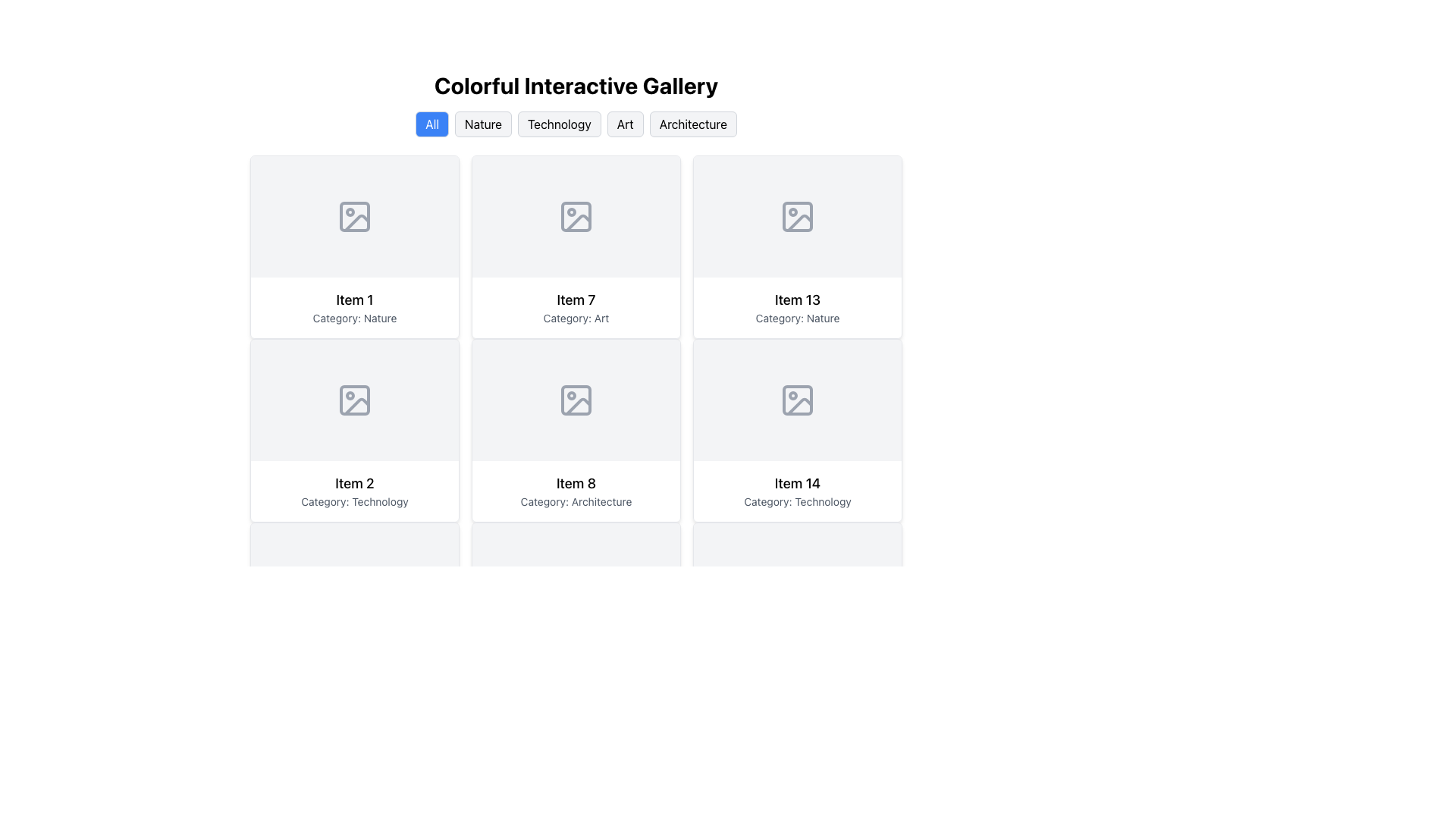 The image size is (1456, 819). What do you see at coordinates (796, 483) in the screenshot?
I see `the Text Label that serves as the title or label for its respective card, positioned at the top-center within the card in the second row and third column` at bounding box center [796, 483].